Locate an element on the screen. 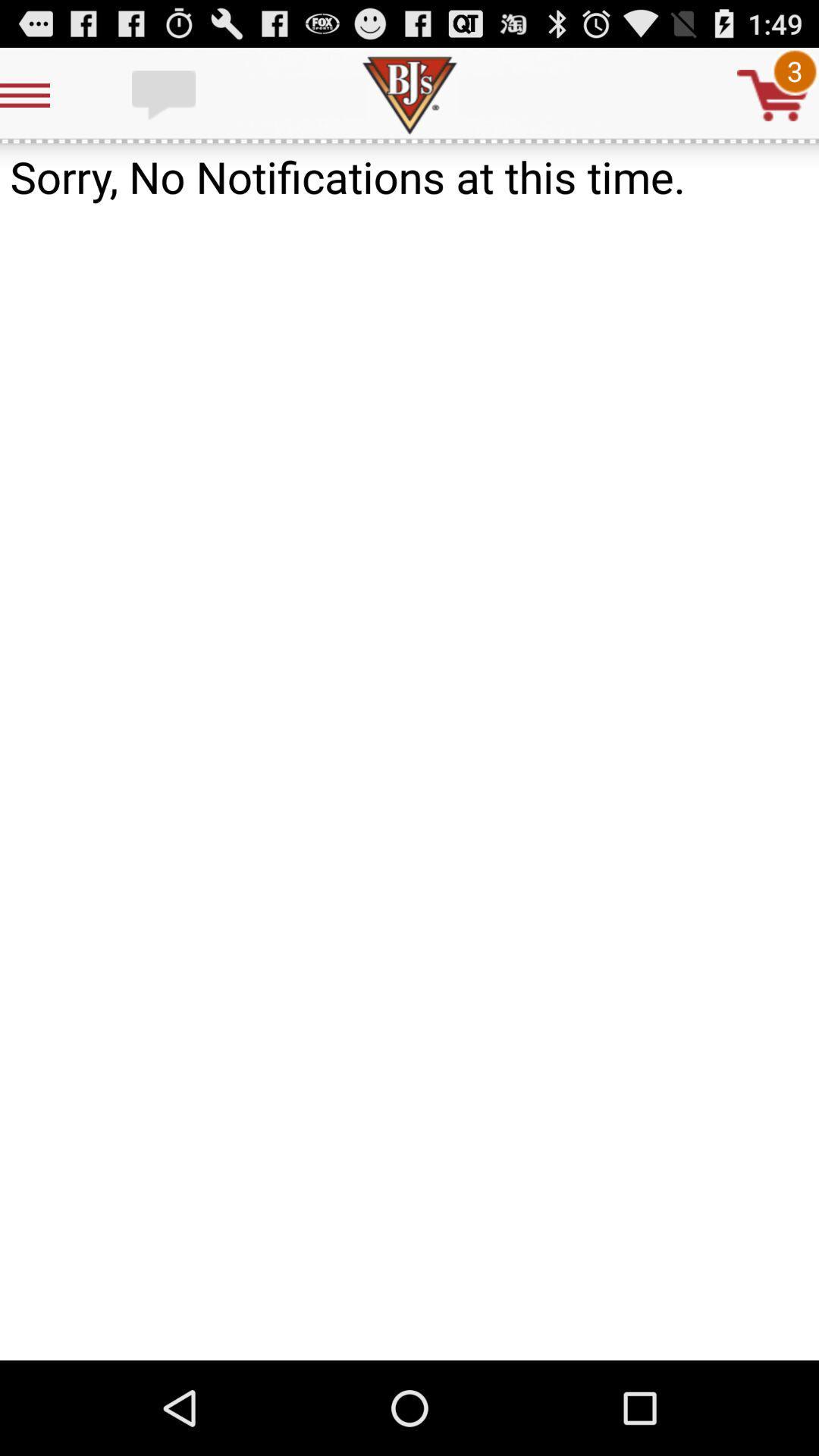 The height and width of the screenshot is (1456, 819). text chat is located at coordinates (165, 94).